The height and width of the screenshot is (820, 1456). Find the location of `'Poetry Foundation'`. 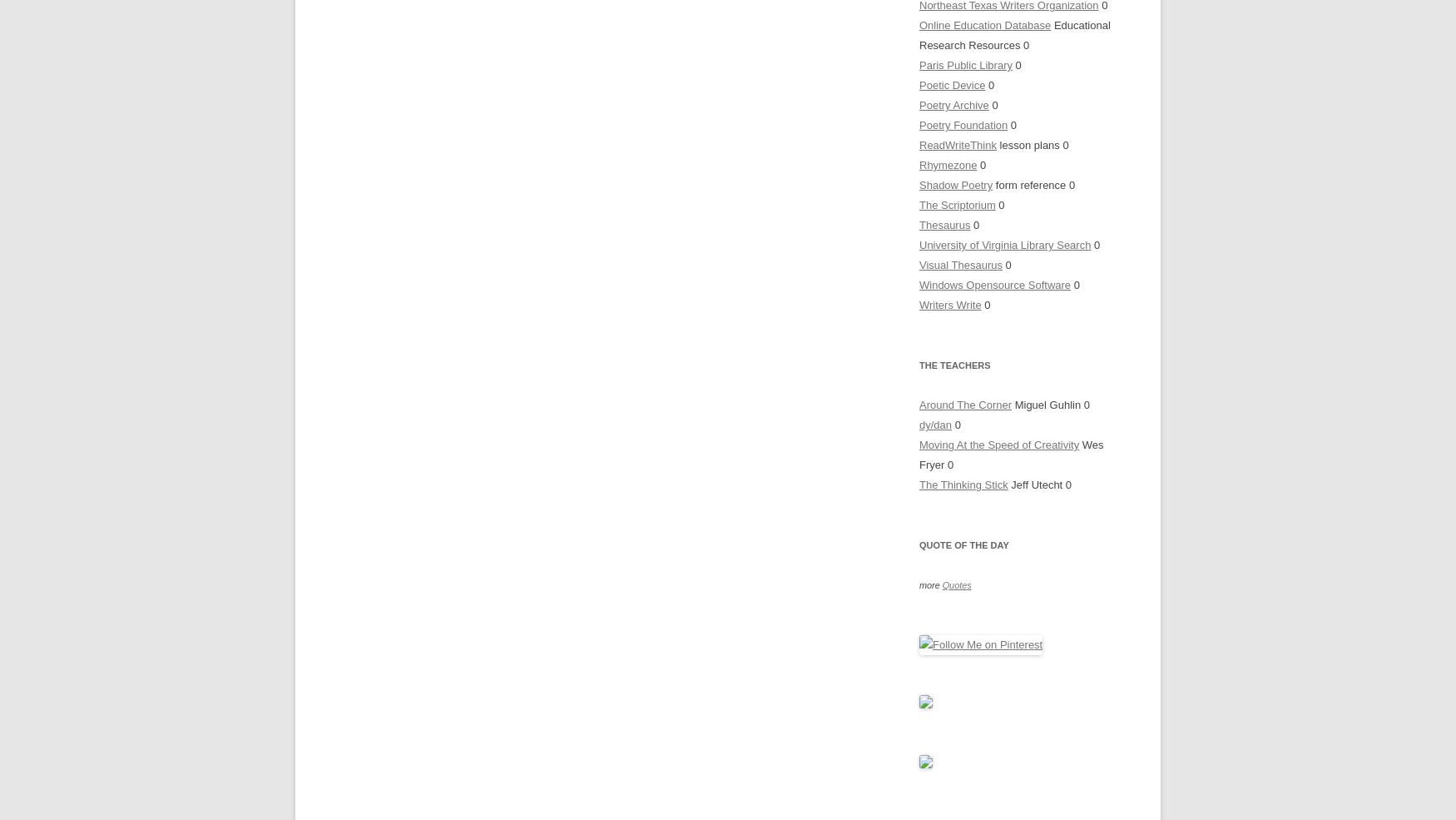

'Poetry Foundation' is located at coordinates (962, 125).